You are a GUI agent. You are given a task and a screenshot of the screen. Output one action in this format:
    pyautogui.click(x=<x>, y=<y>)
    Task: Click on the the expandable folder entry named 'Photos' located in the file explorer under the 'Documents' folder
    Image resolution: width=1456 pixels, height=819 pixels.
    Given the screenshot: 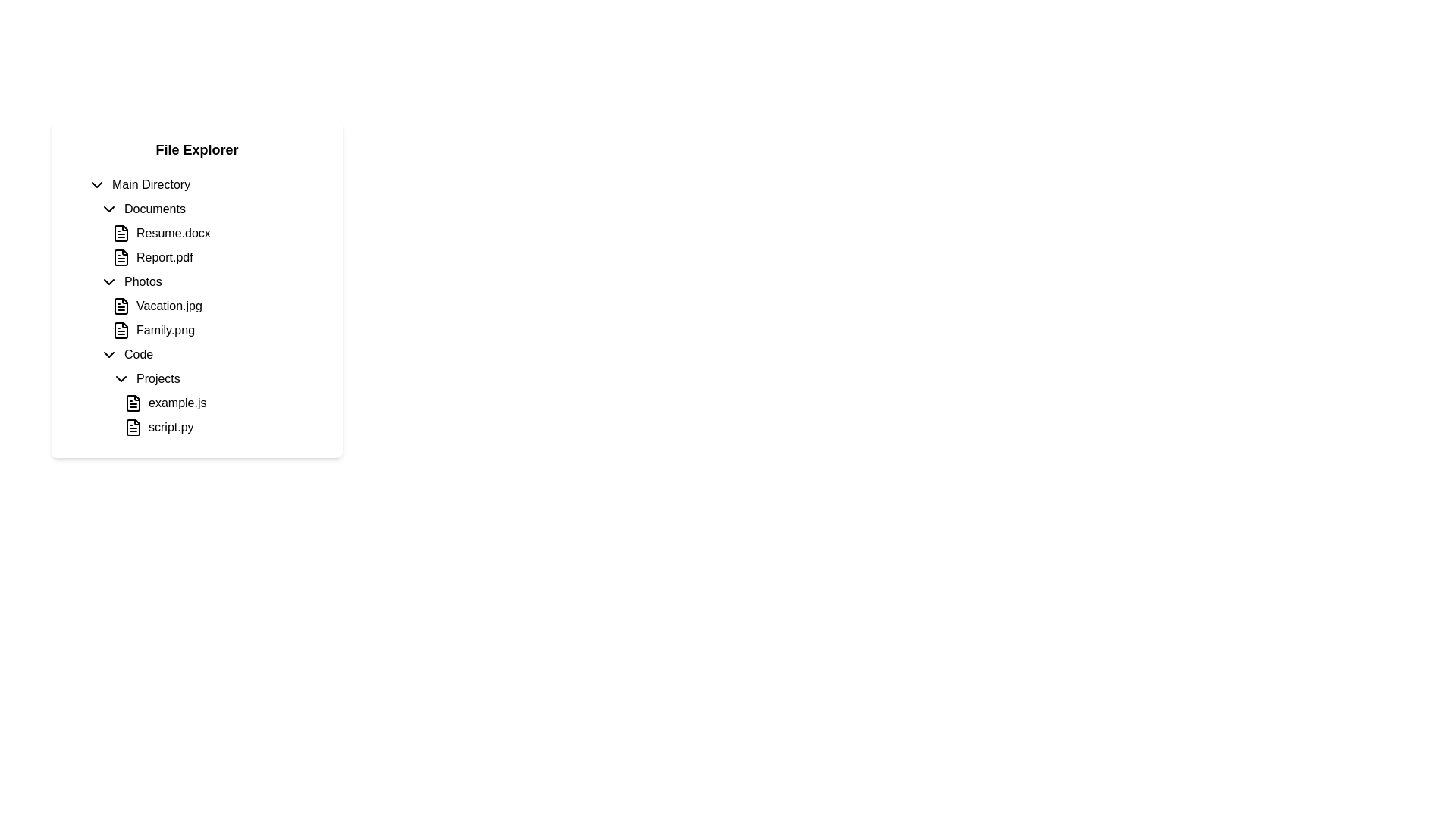 What is the action you would take?
    pyautogui.click(x=208, y=281)
    